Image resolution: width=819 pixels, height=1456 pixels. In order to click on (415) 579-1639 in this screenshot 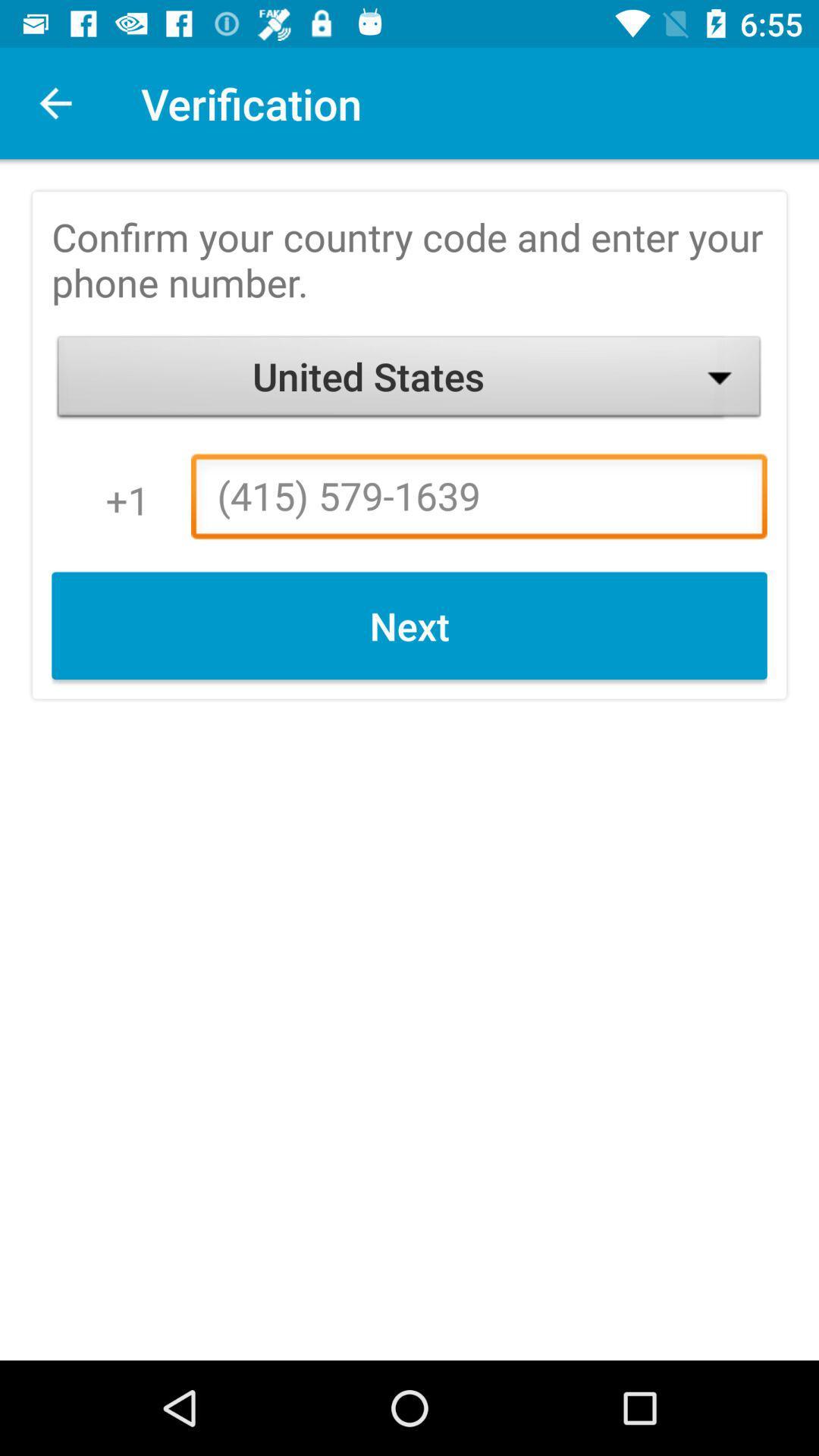, I will do `click(479, 500)`.